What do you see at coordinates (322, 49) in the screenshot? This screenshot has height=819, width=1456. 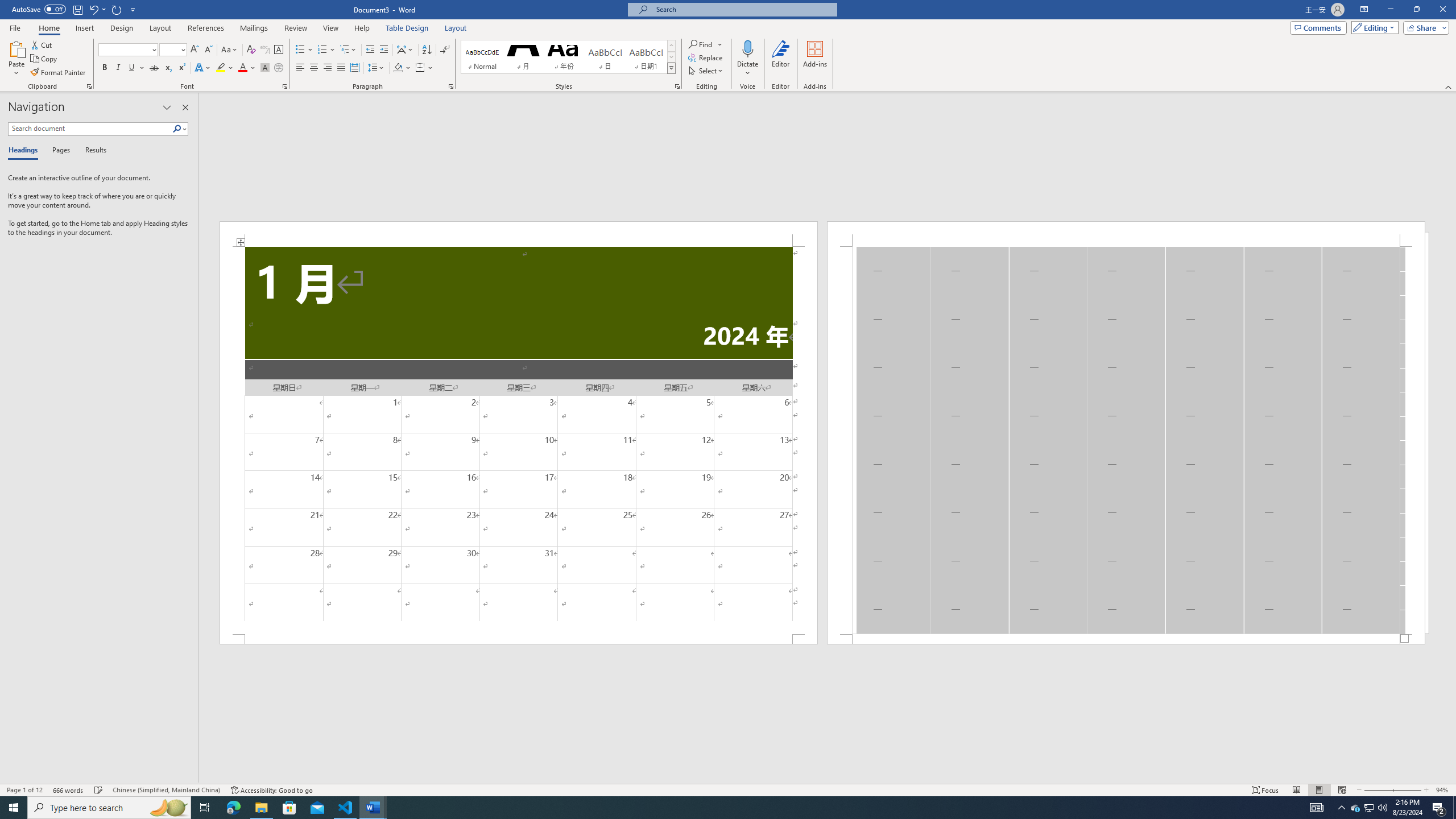 I see `'Numbering'` at bounding box center [322, 49].